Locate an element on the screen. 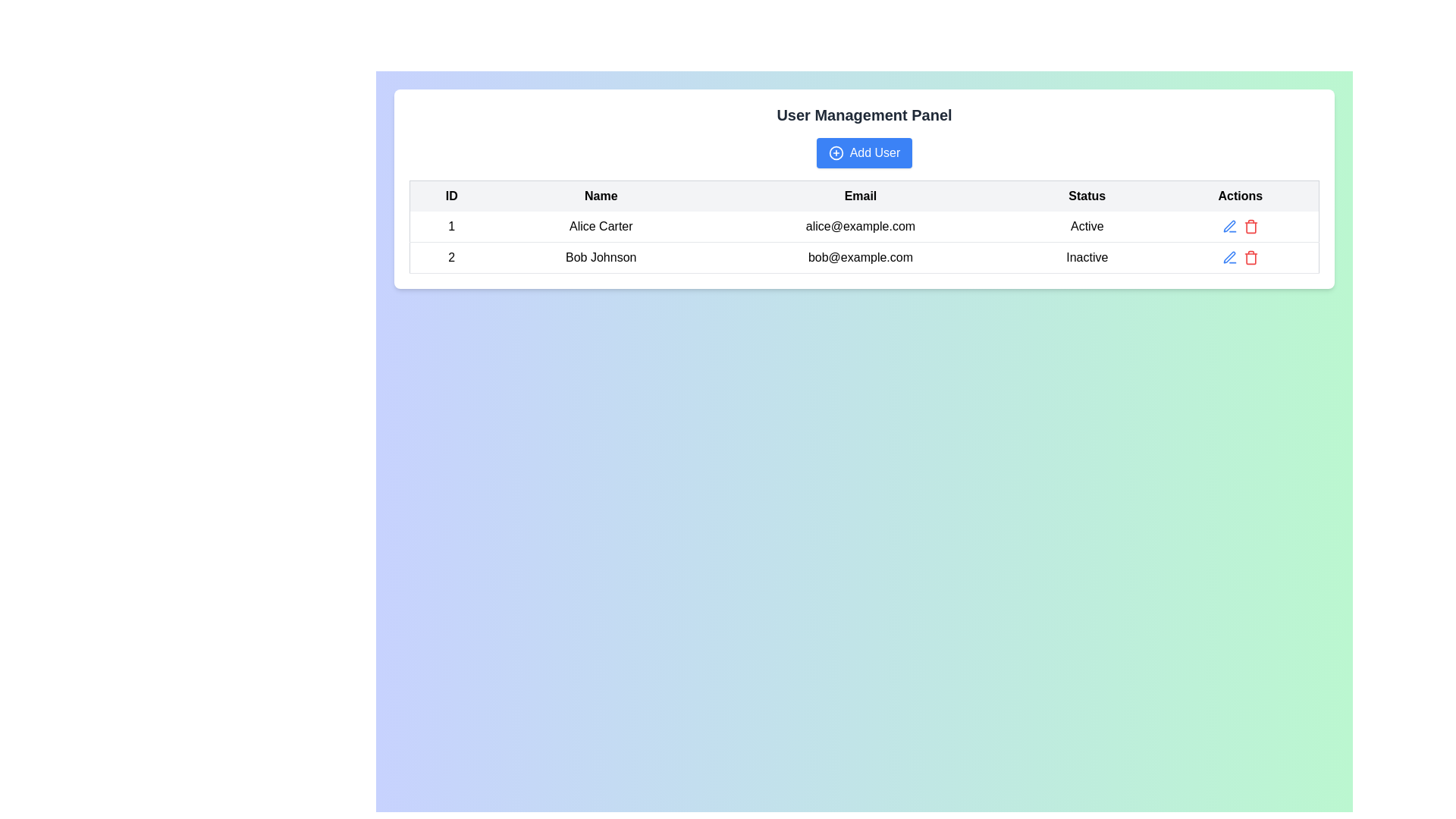 This screenshot has width=1456, height=819. the 'edit' icon located on the rightmost side of the row for 'Bob Johnson' in the 'Actions' column is located at coordinates (1229, 226).